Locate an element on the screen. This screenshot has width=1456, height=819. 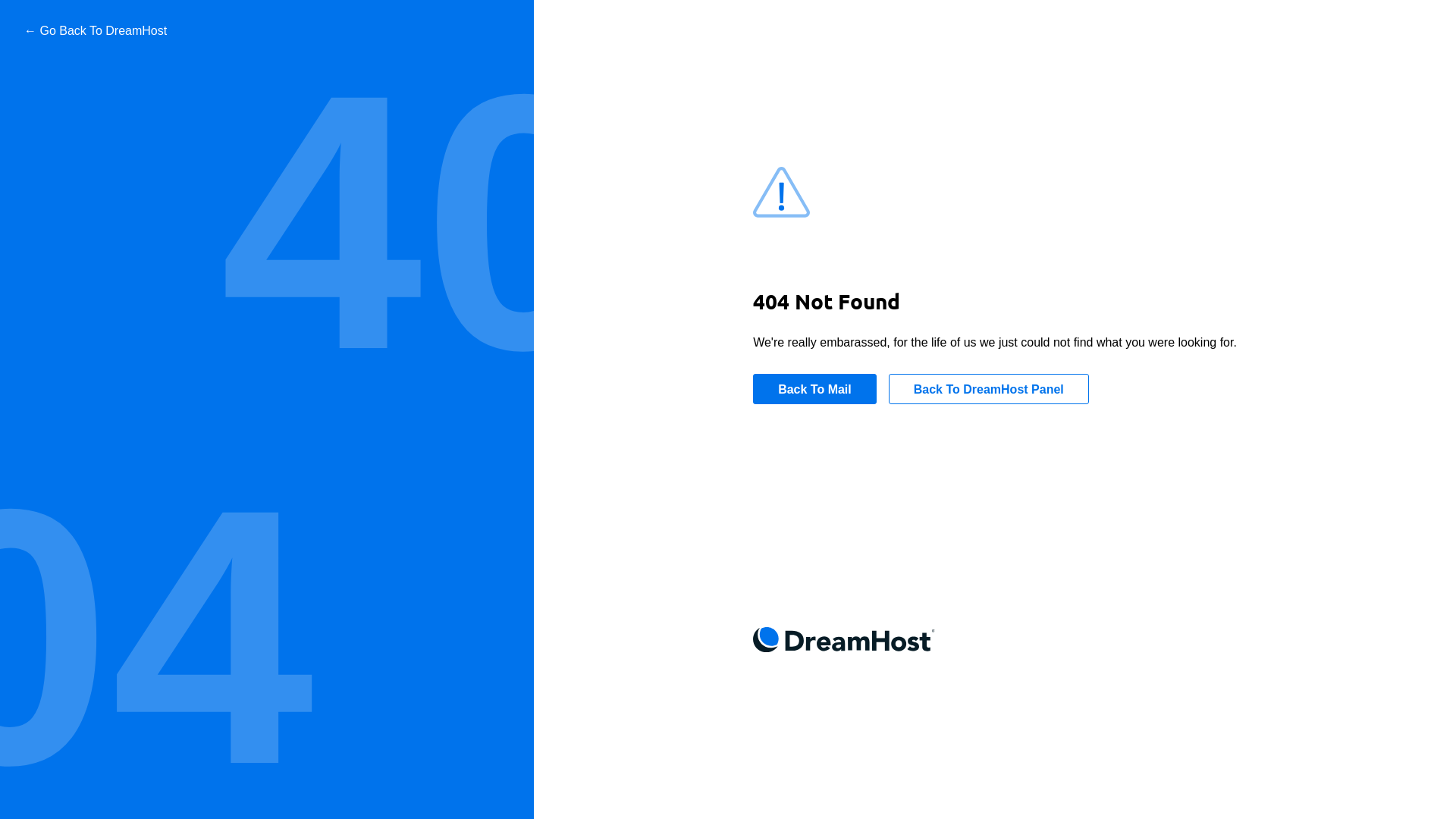
'Back To Mail' is located at coordinates (814, 388).